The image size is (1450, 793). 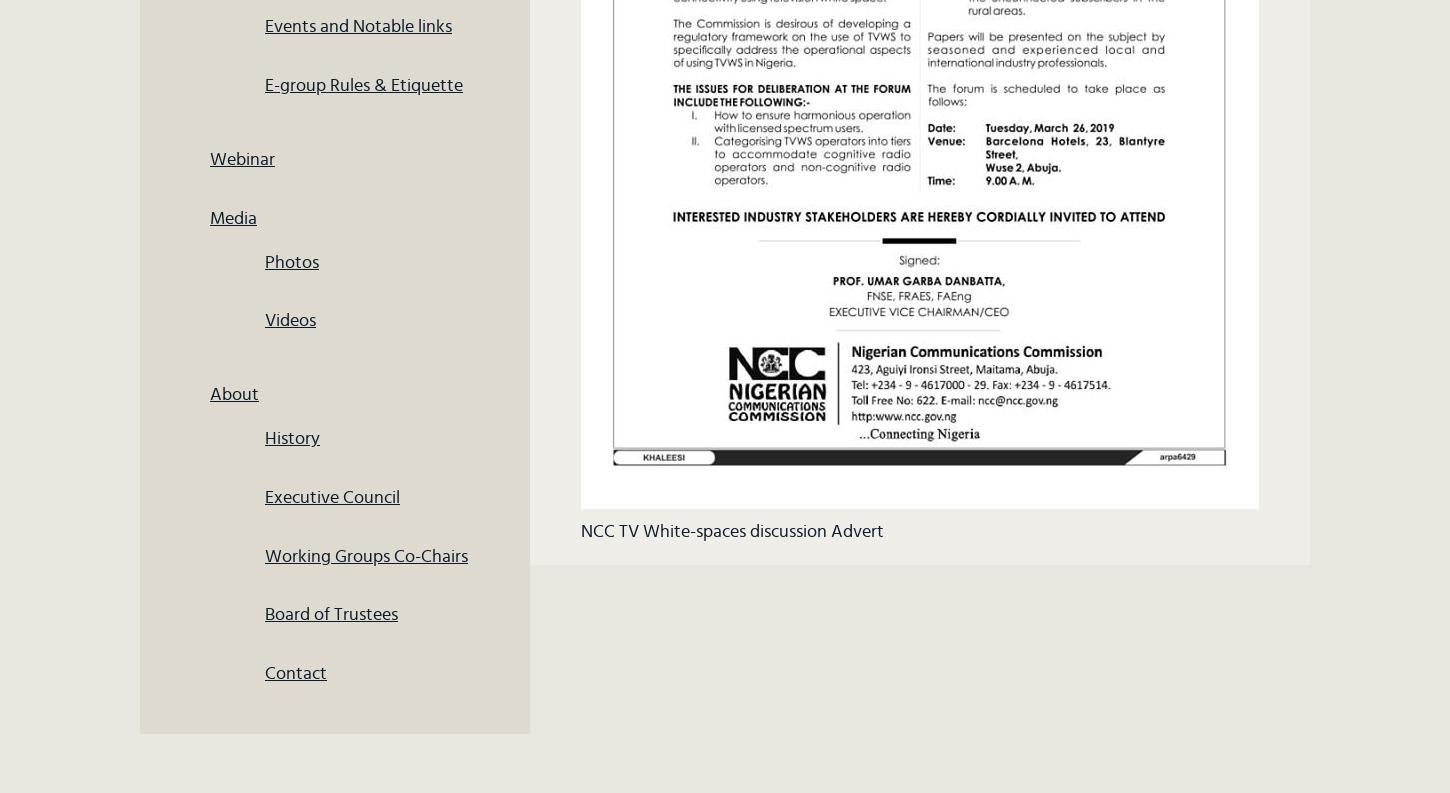 What do you see at coordinates (331, 614) in the screenshot?
I see `'Board of Trustees'` at bounding box center [331, 614].